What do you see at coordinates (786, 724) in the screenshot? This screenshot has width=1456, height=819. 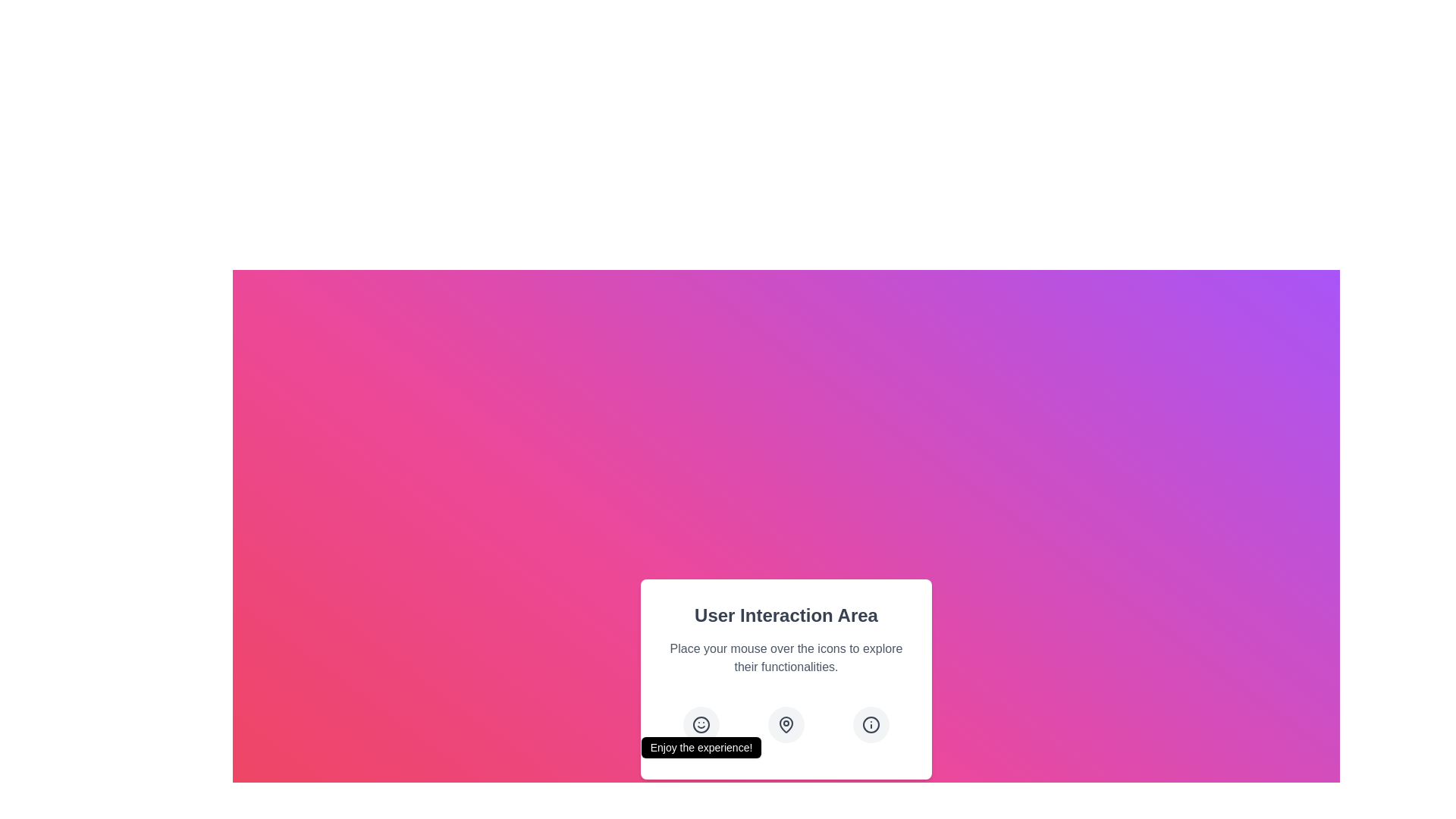 I see `the central button in the row of three buttons below the 'User Interaction Area' heading` at bounding box center [786, 724].